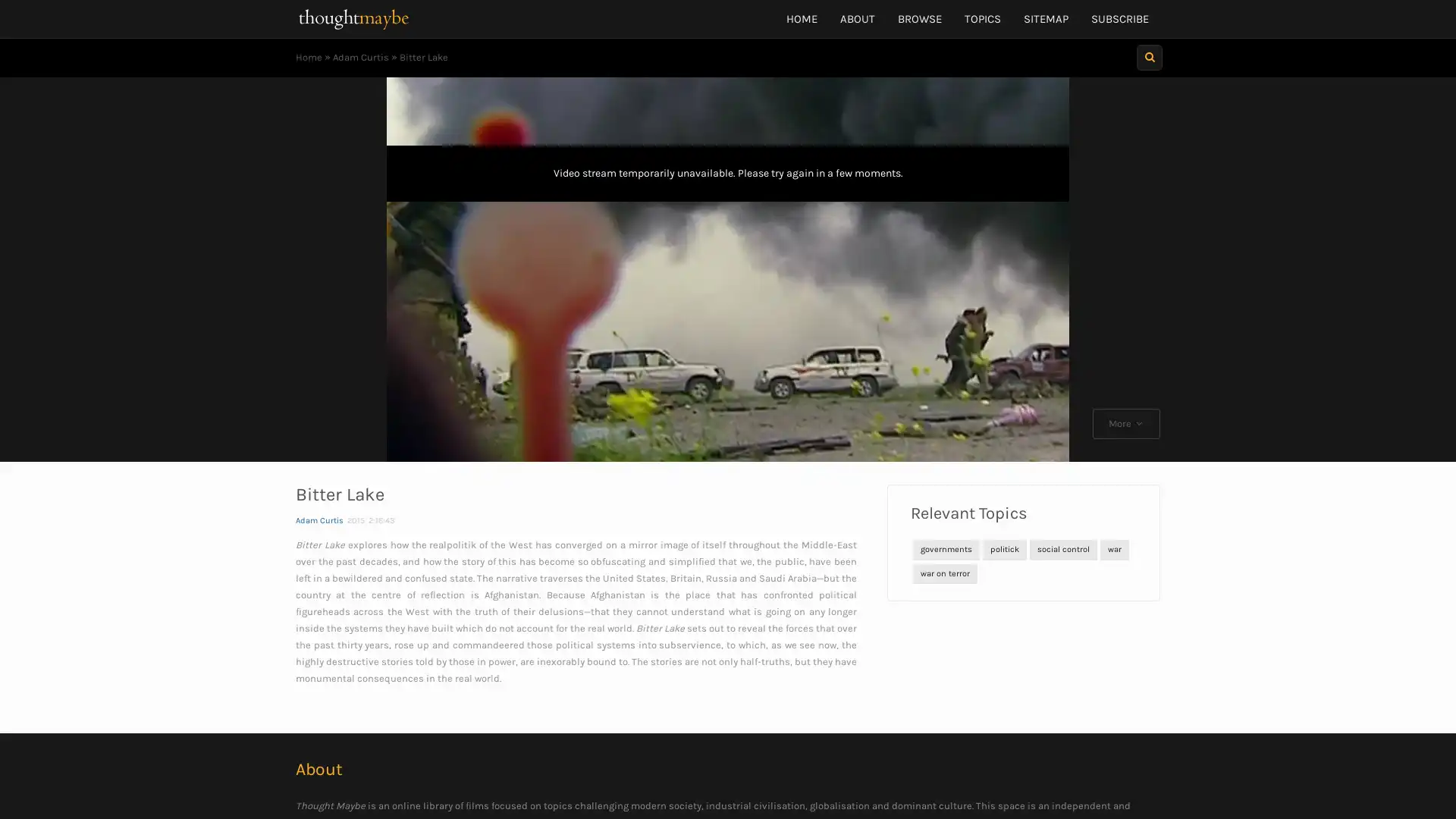 The width and height of the screenshot is (1456, 819). What do you see at coordinates (1025, 446) in the screenshot?
I see `Mute` at bounding box center [1025, 446].